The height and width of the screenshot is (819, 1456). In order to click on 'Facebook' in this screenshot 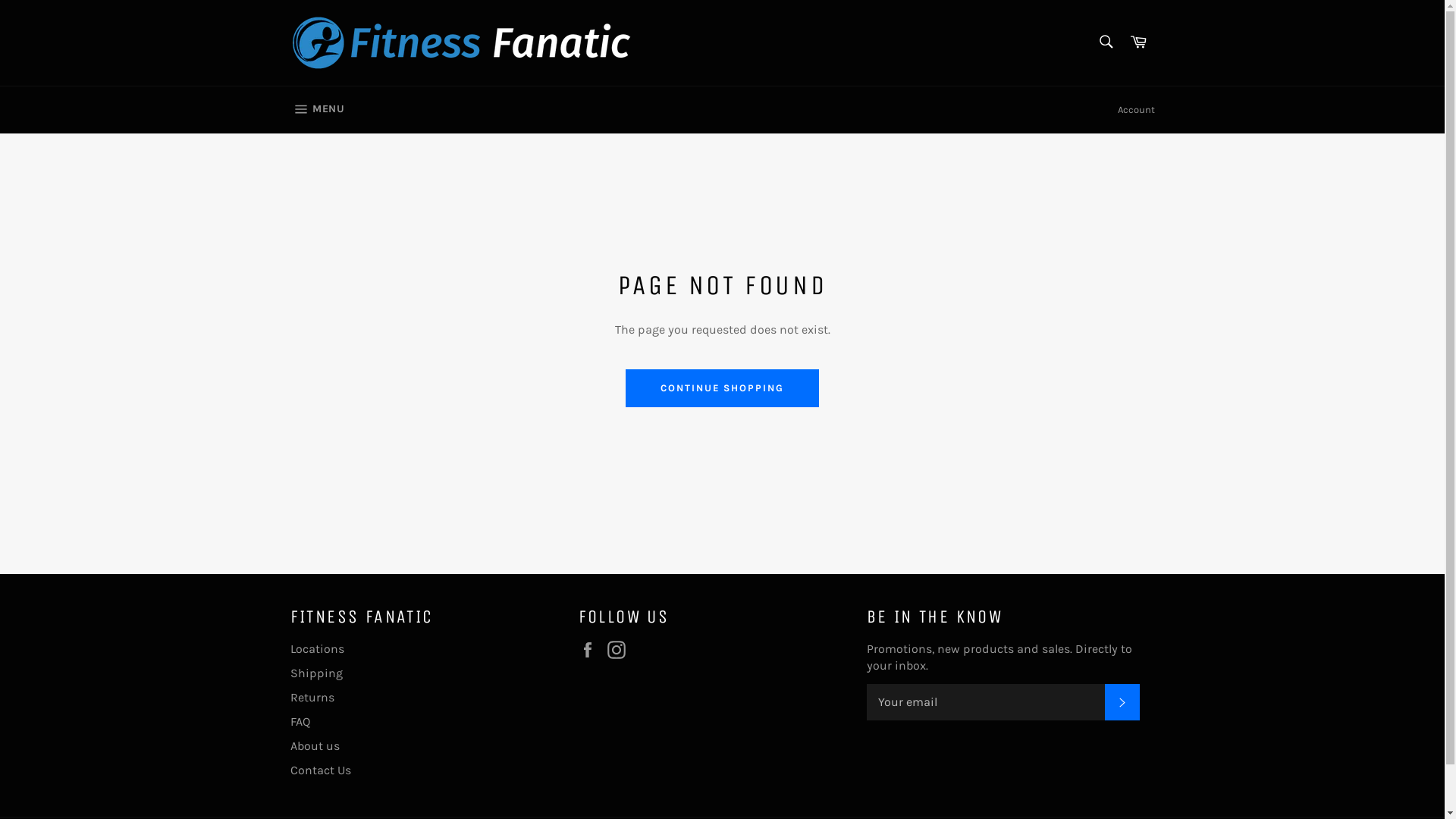, I will do `click(589, 648)`.